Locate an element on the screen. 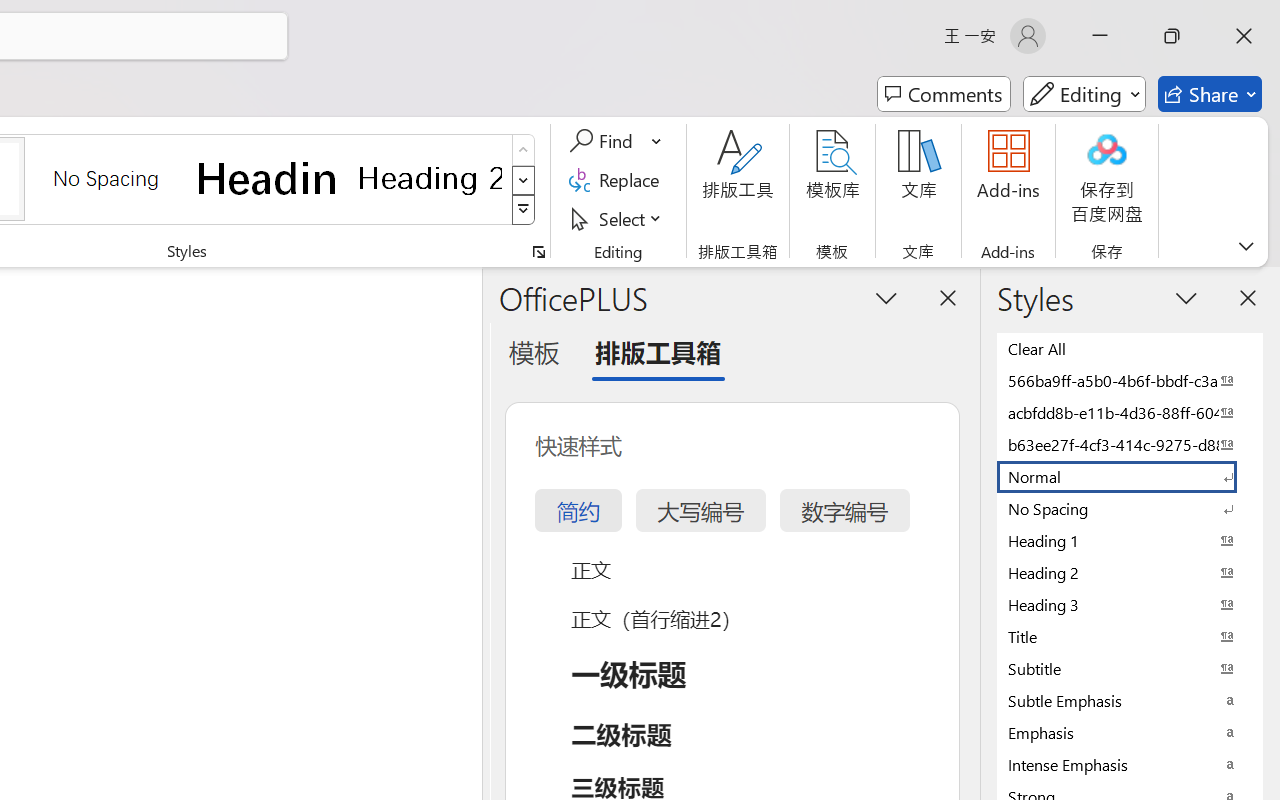  'Row up' is located at coordinates (523, 150).